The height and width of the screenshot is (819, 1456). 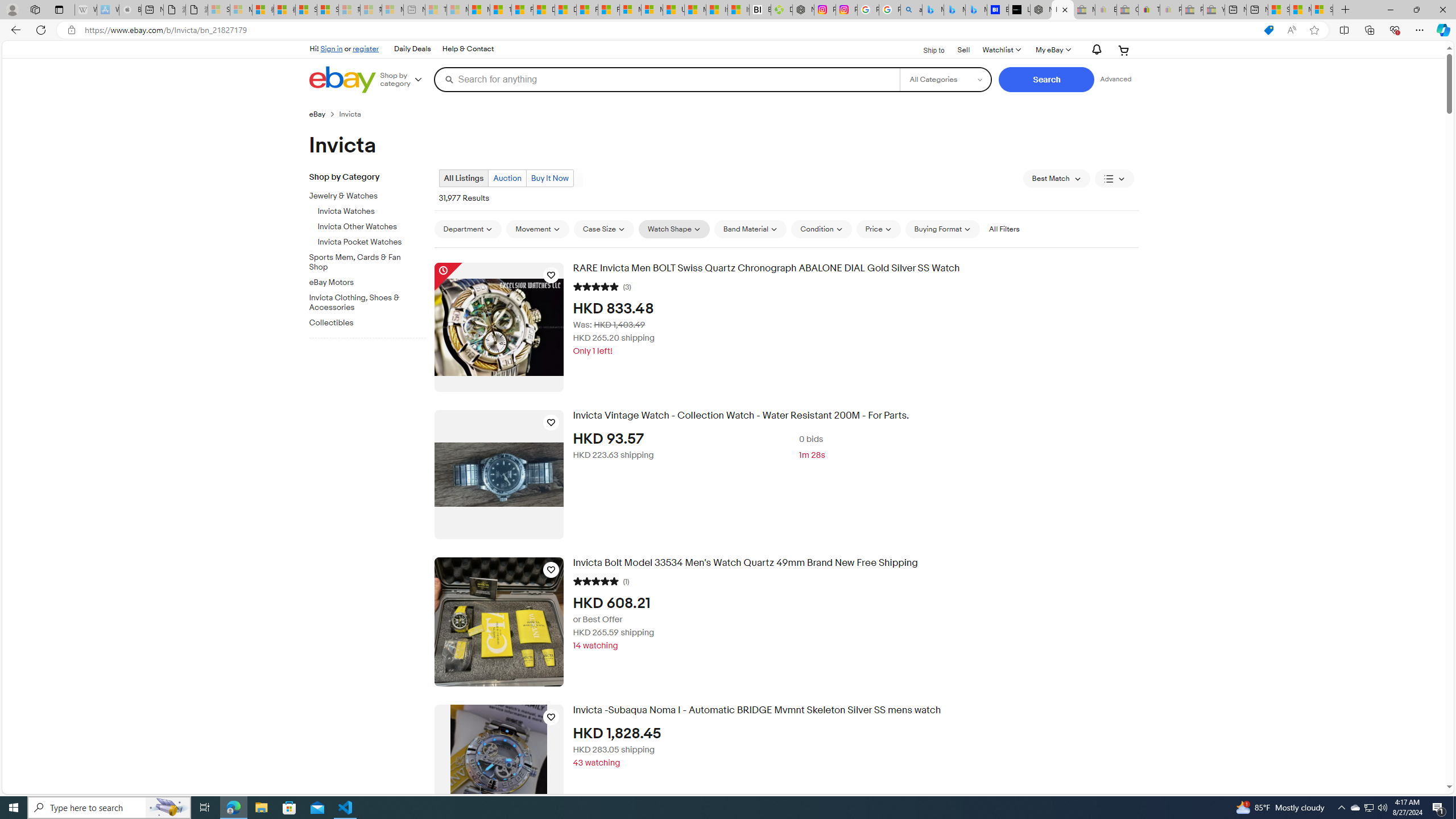 I want to click on 'Invicta Clothing, Shoes & Accessories', so click(x=362, y=303).